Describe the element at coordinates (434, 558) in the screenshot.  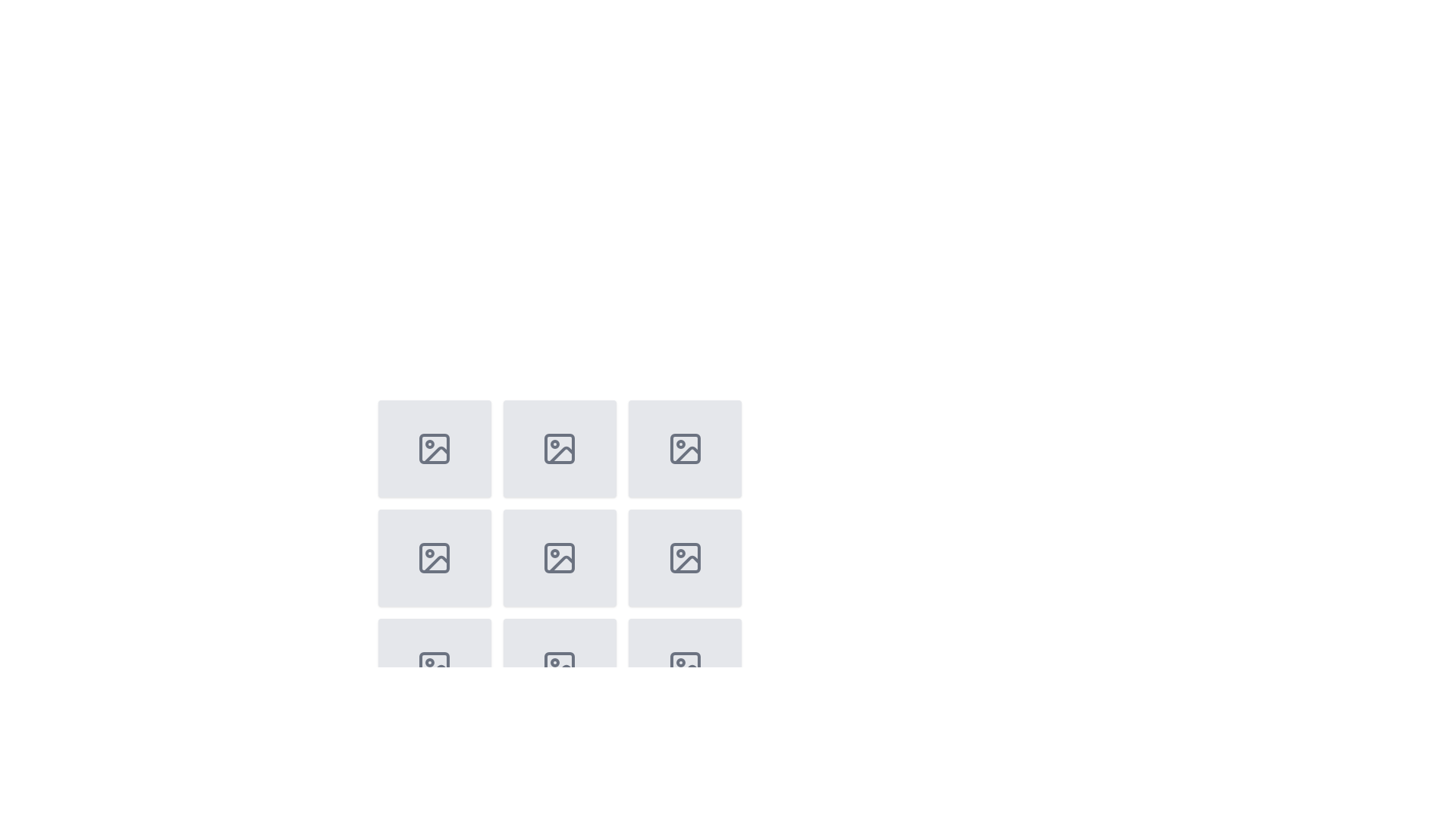
I see `the Placeholder box located in the second slot of the second row of a 3x3 grid layout` at that location.